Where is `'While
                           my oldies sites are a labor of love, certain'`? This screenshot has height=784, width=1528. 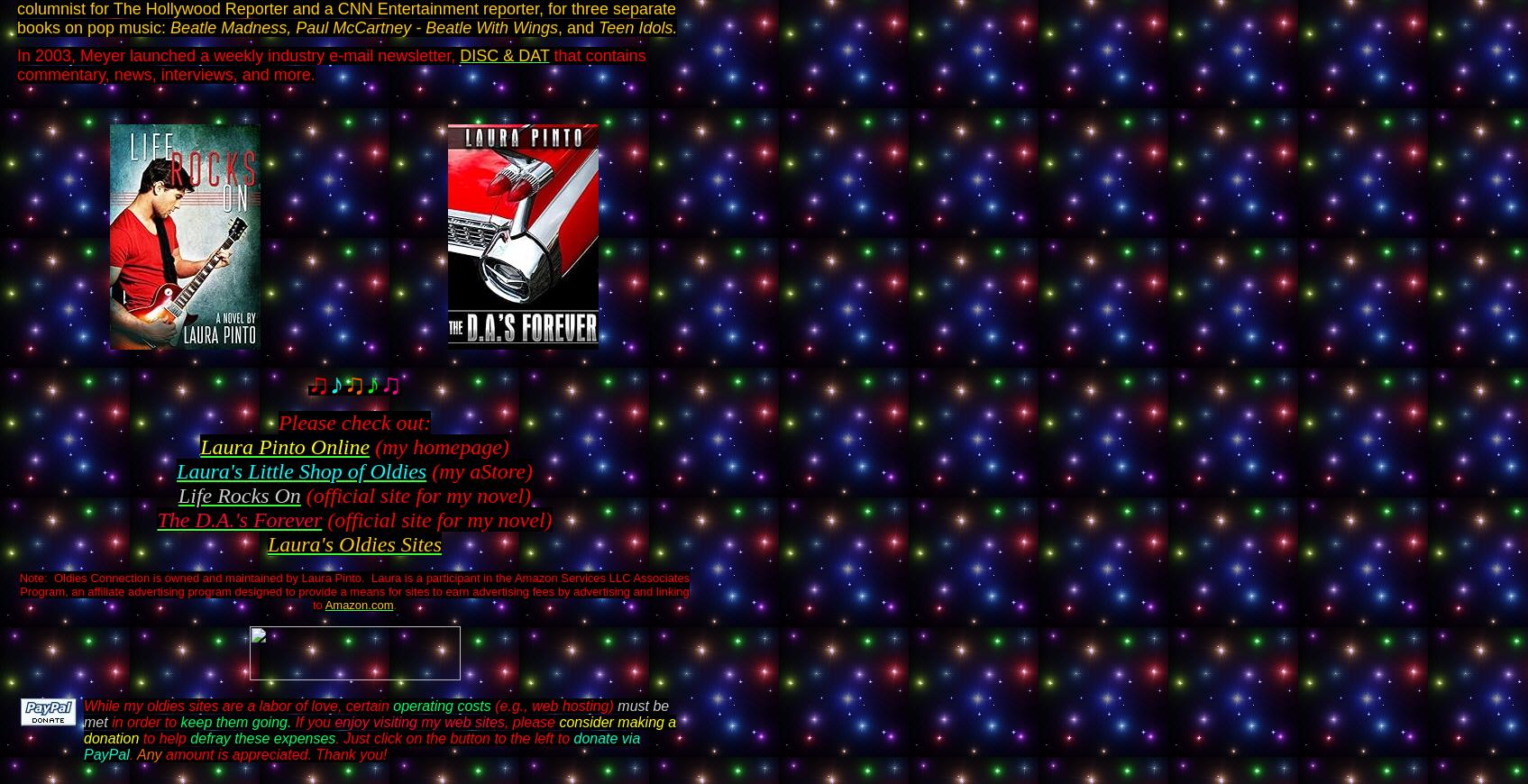
'While
                           my oldies sites are a labor of love, certain' is located at coordinates (236, 706).